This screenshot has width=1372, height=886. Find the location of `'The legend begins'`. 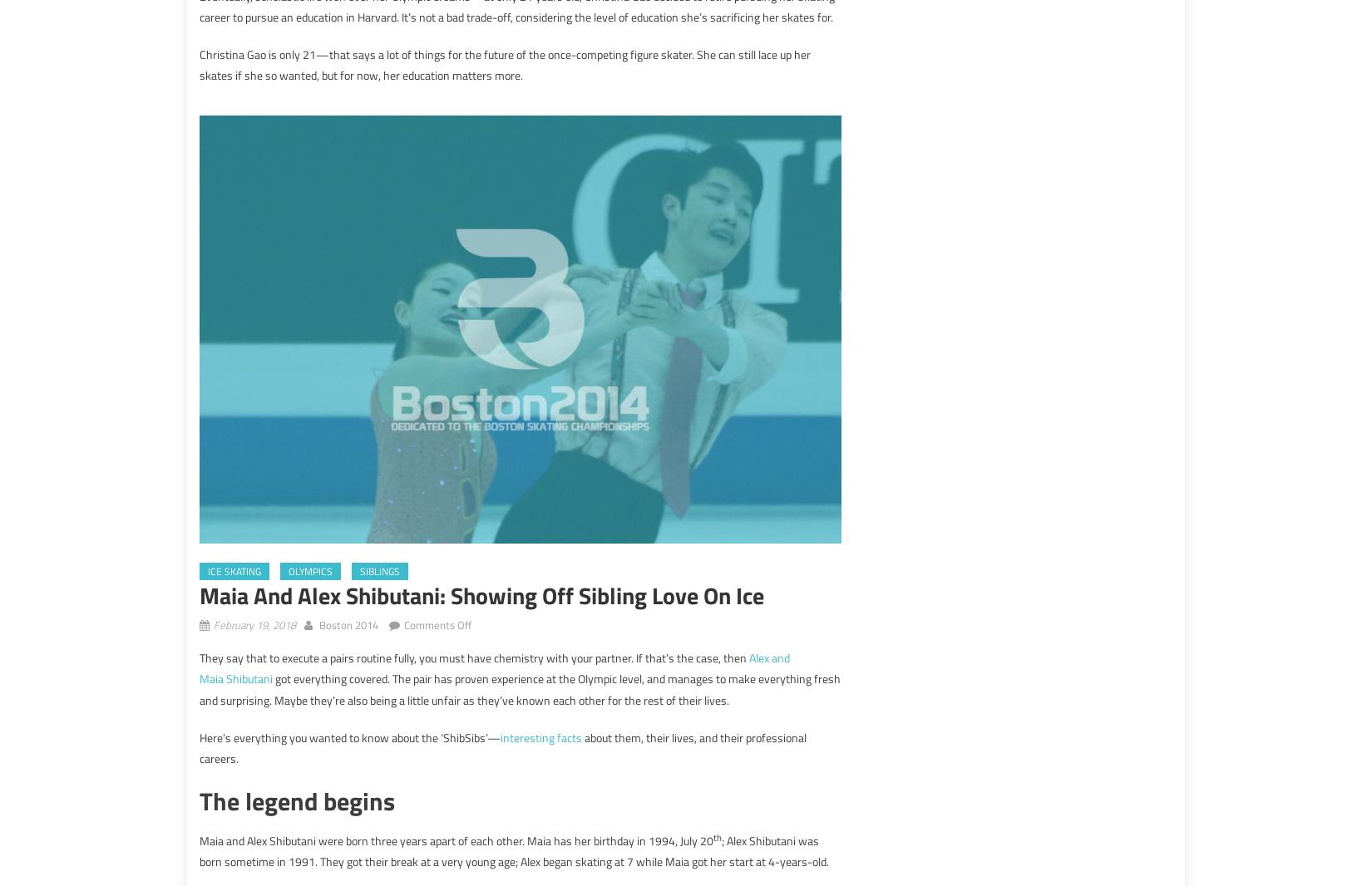

'The legend begins' is located at coordinates (297, 800).